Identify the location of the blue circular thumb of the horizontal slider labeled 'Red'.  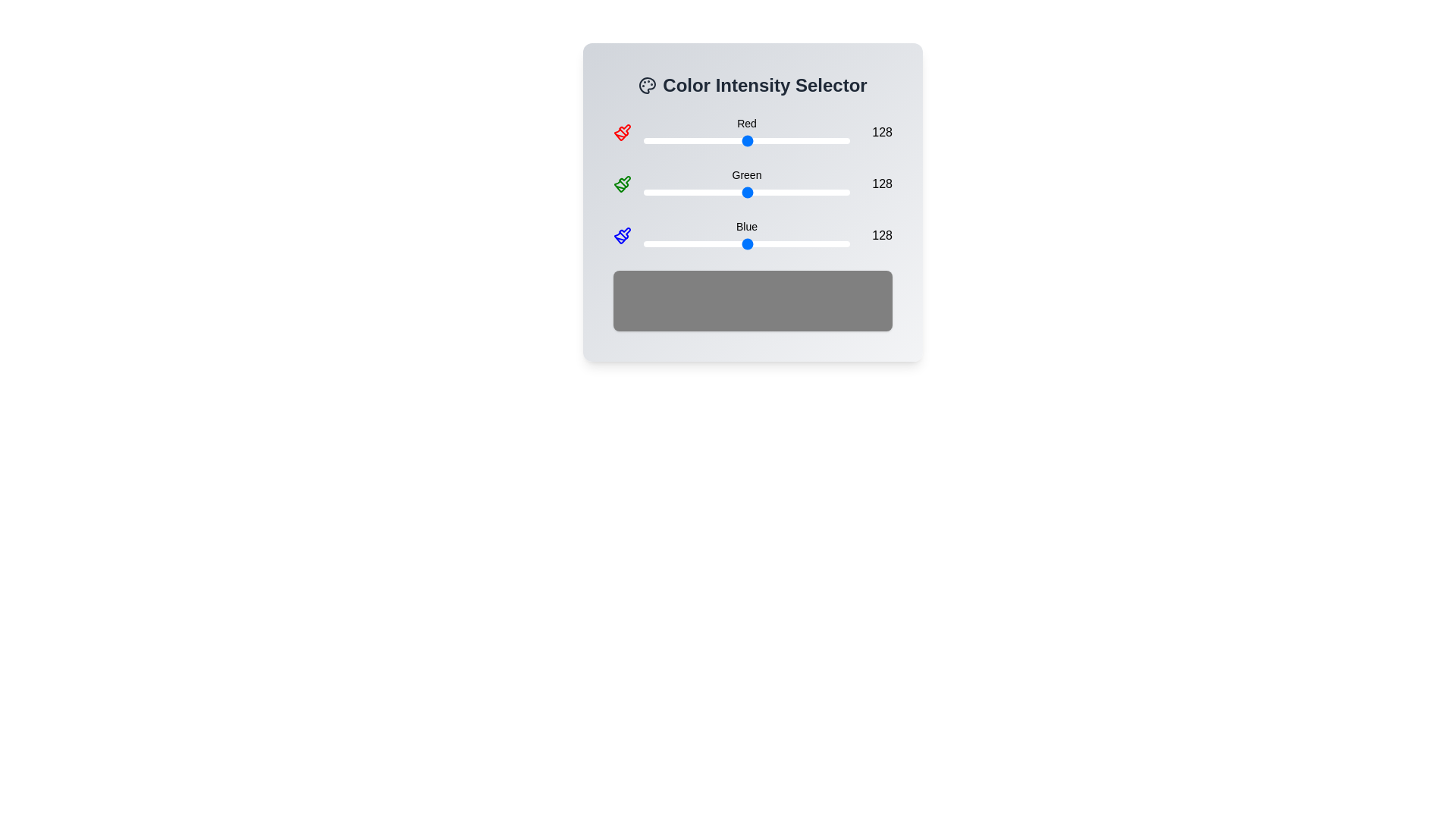
(746, 131).